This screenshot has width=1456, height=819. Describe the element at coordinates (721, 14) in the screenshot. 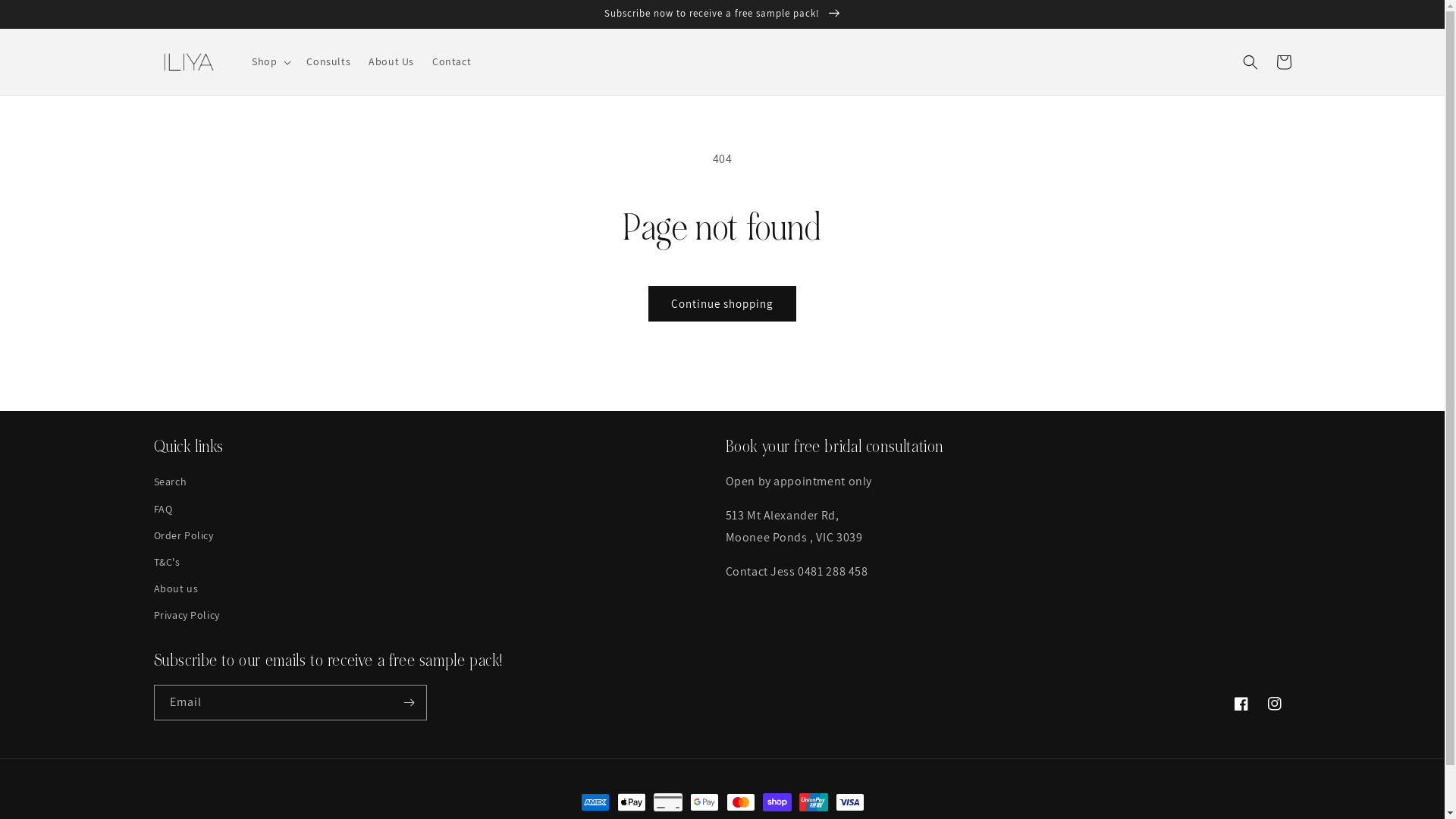

I see `'Subscribe now to receive a free sample pack!'` at that location.